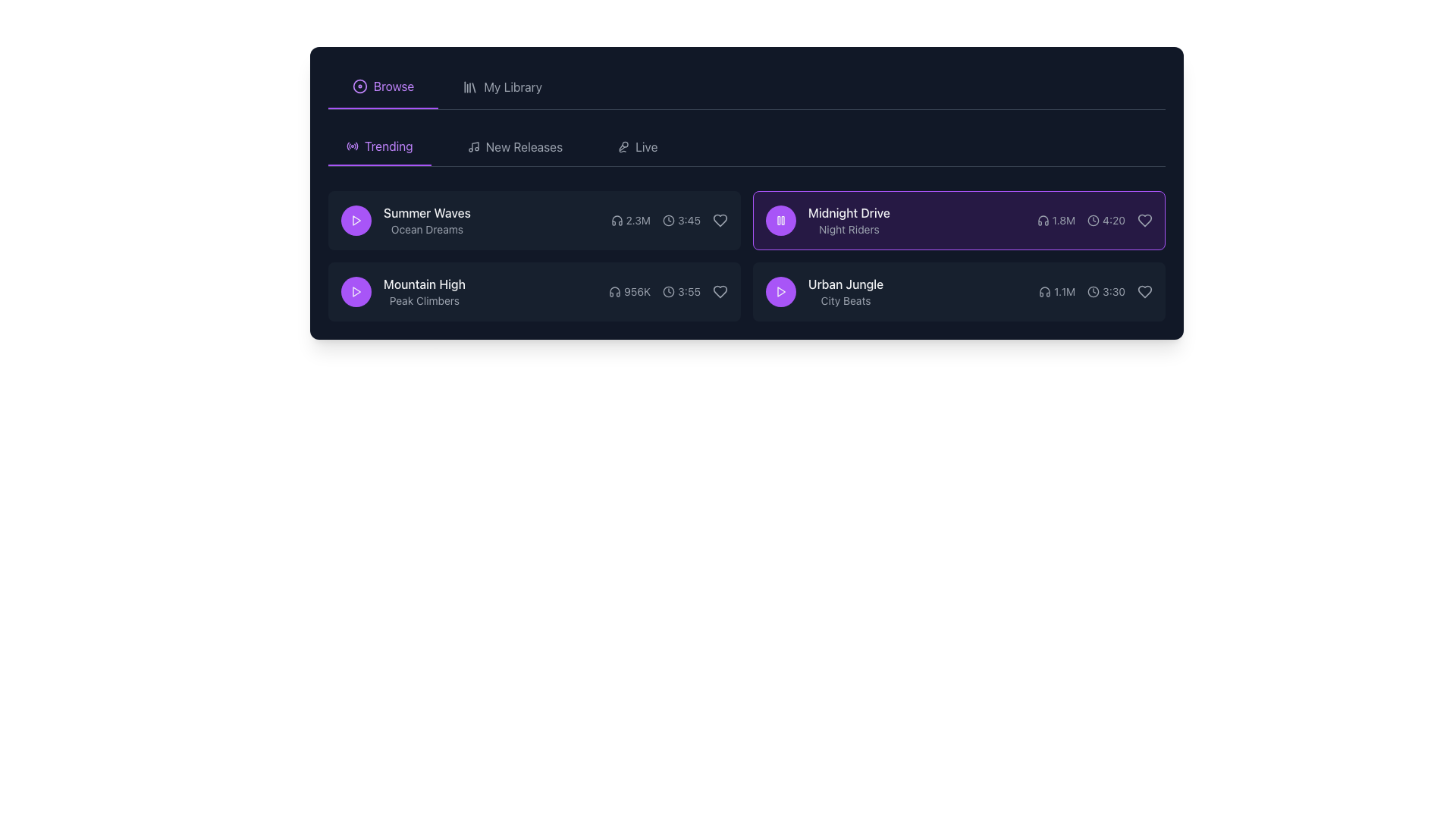  What do you see at coordinates (356, 292) in the screenshot?
I see `the circular button with a filled purple background and a triangular play icon, which is the first element in the horizontal flexbox layout next to the text 'Mountain High Peak Peak Climbers', to observe the style change` at bounding box center [356, 292].